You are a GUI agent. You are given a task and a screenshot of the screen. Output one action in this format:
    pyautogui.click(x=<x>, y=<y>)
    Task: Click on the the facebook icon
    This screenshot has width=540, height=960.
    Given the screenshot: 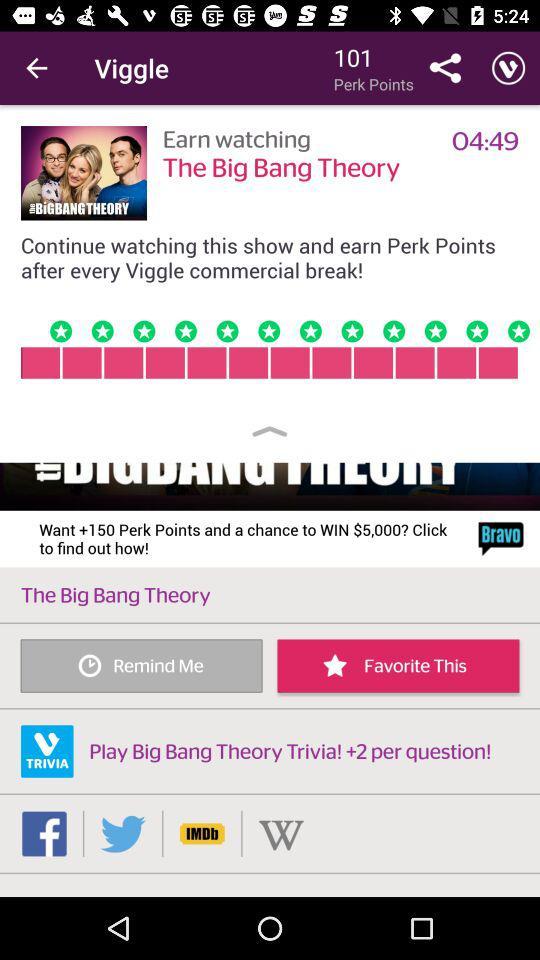 What is the action you would take?
    pyautogui.click(x=44, y=833)
    